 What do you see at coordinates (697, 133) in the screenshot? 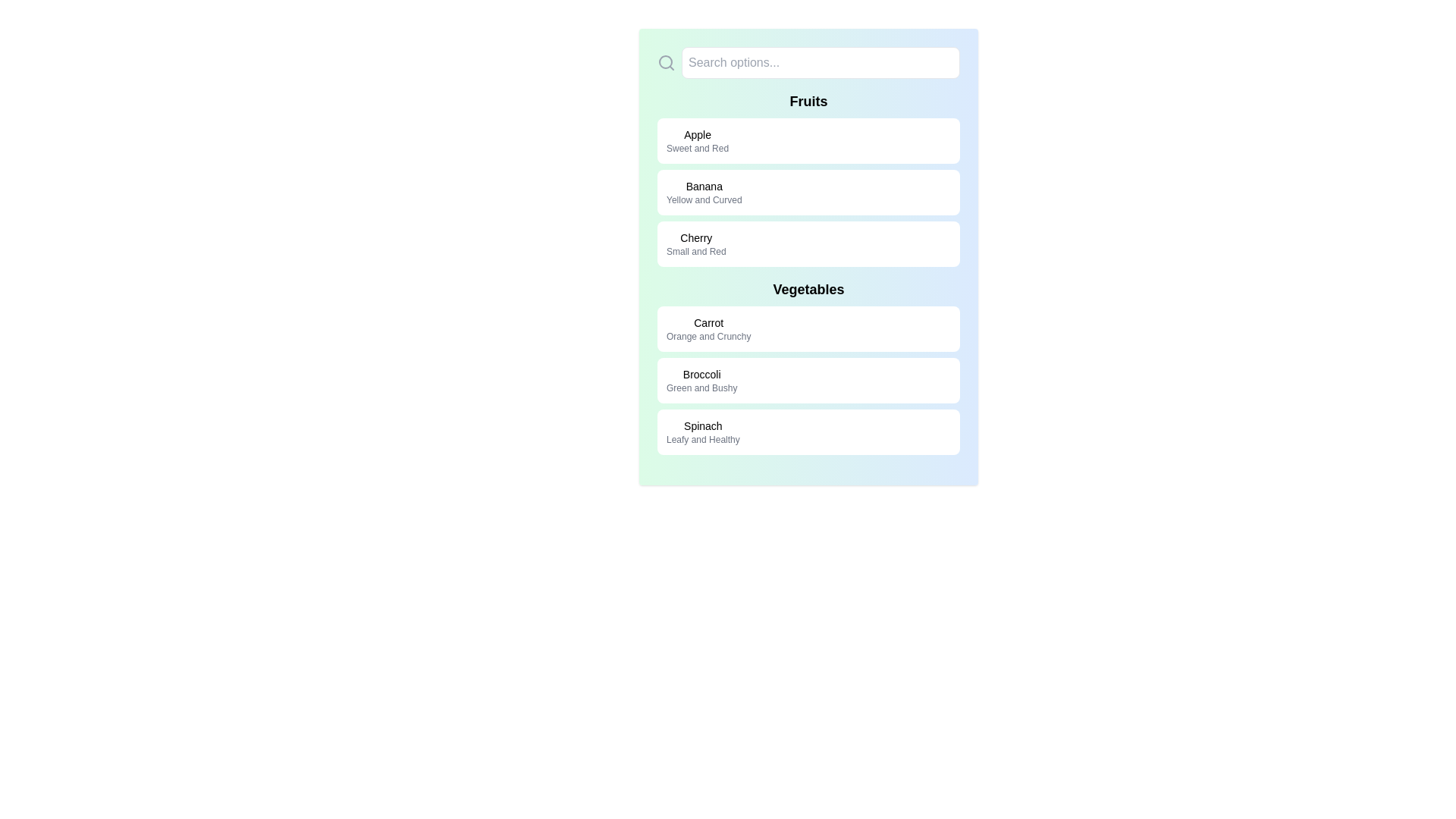
I see `the label element displaying the text 'Apple', which is styled in a medium font size and is bold, located at the top of the 'Fruits' section` at bounding box center [697, 133].